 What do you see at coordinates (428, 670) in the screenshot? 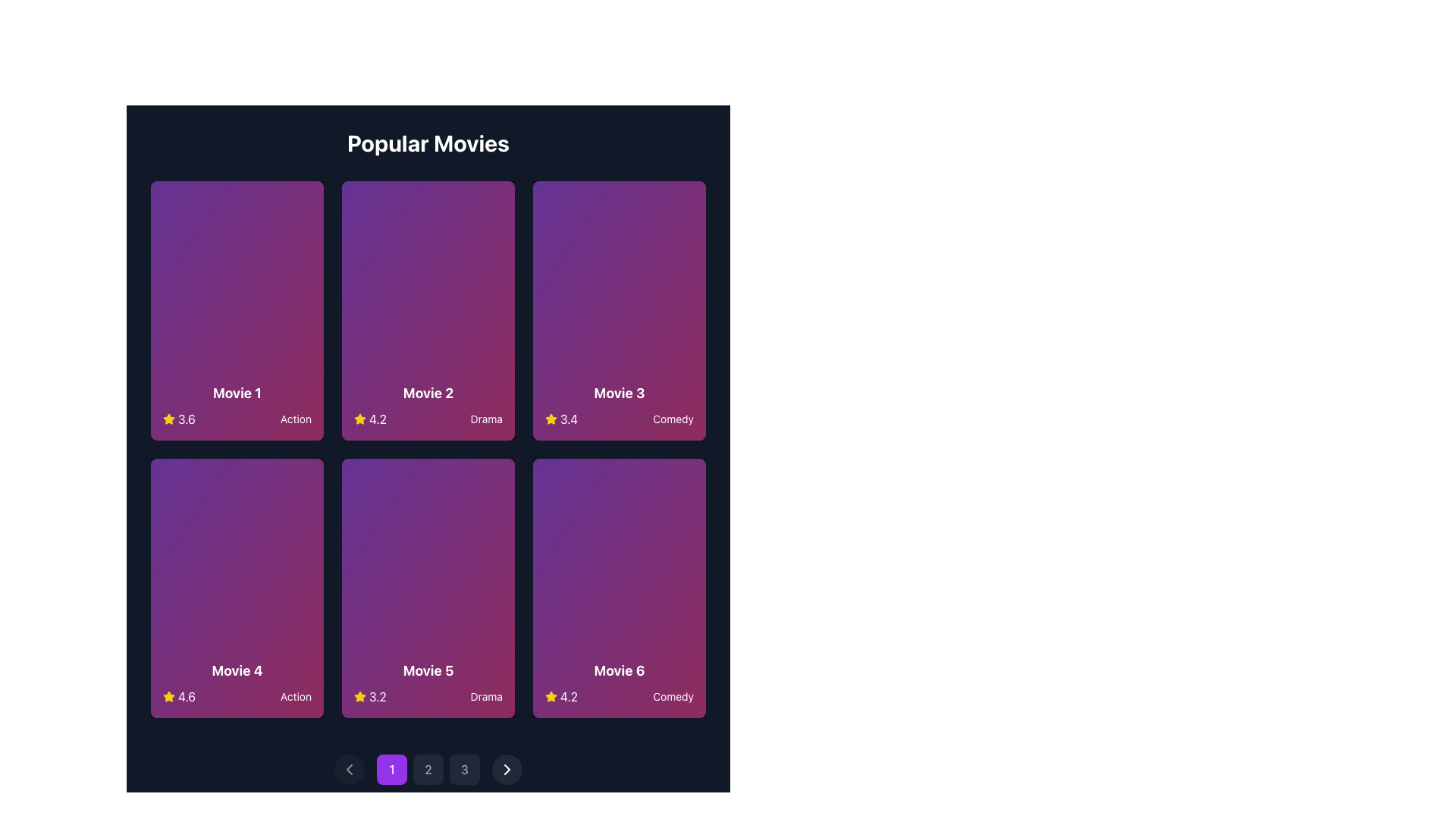
I see `the text label displaying 'Movie 5'` at bounding box center [428, 670].